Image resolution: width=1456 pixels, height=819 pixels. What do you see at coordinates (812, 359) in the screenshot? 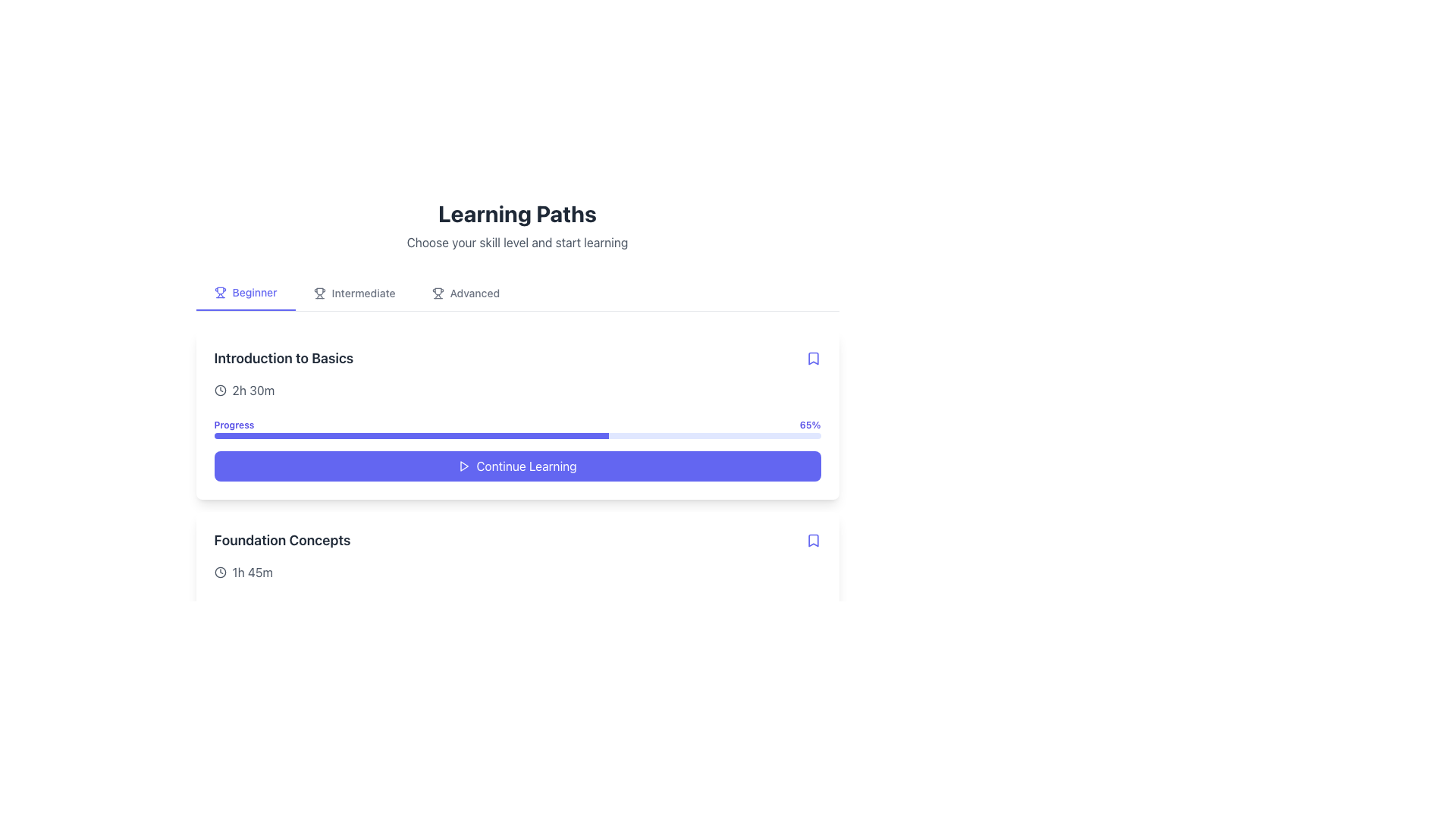
I see `the bookmark icon located in the top-right corner of the 'Introduction to Basics' section to bookmark the module` at bounding box center [812, 359].